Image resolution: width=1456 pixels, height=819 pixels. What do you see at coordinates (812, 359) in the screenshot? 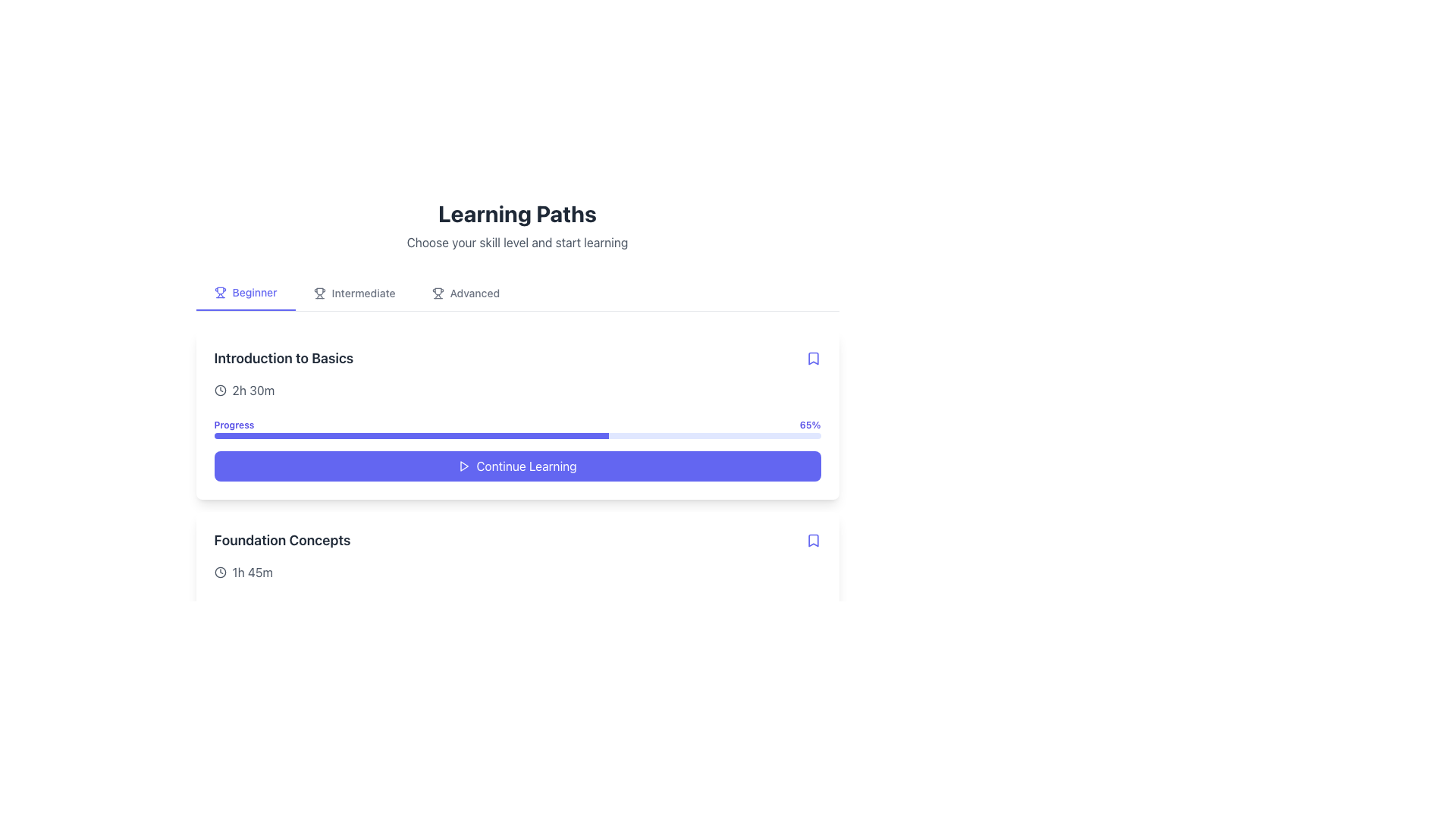
I see `the bookmark icon located in the top-right corner of the 'Introduction to Basics' section to bookmark the module` at bounding box center [812, 359].